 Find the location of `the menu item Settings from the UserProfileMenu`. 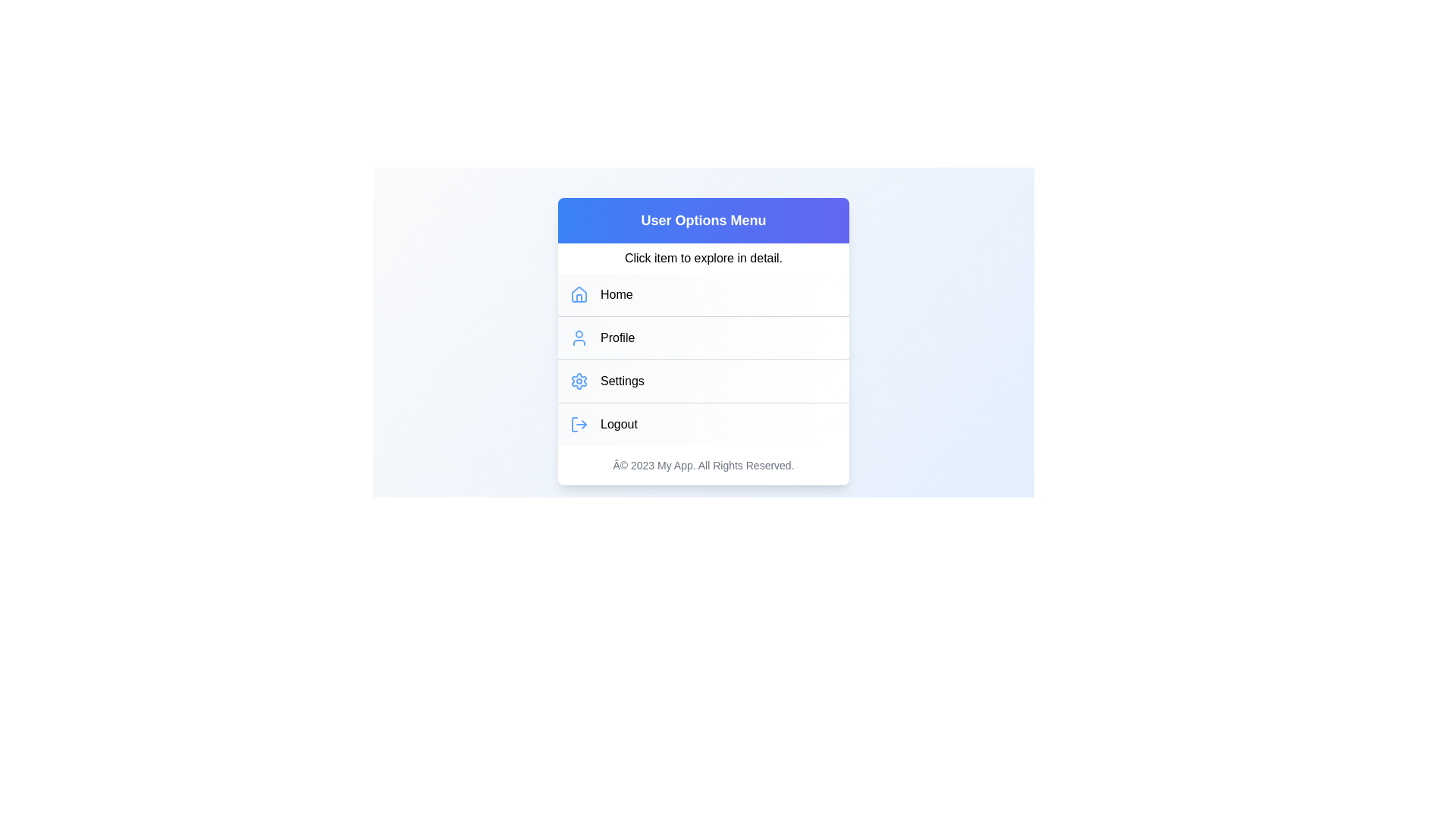

the menu item Settings from the UserProfileMenu is located at coordinates (702, 380).